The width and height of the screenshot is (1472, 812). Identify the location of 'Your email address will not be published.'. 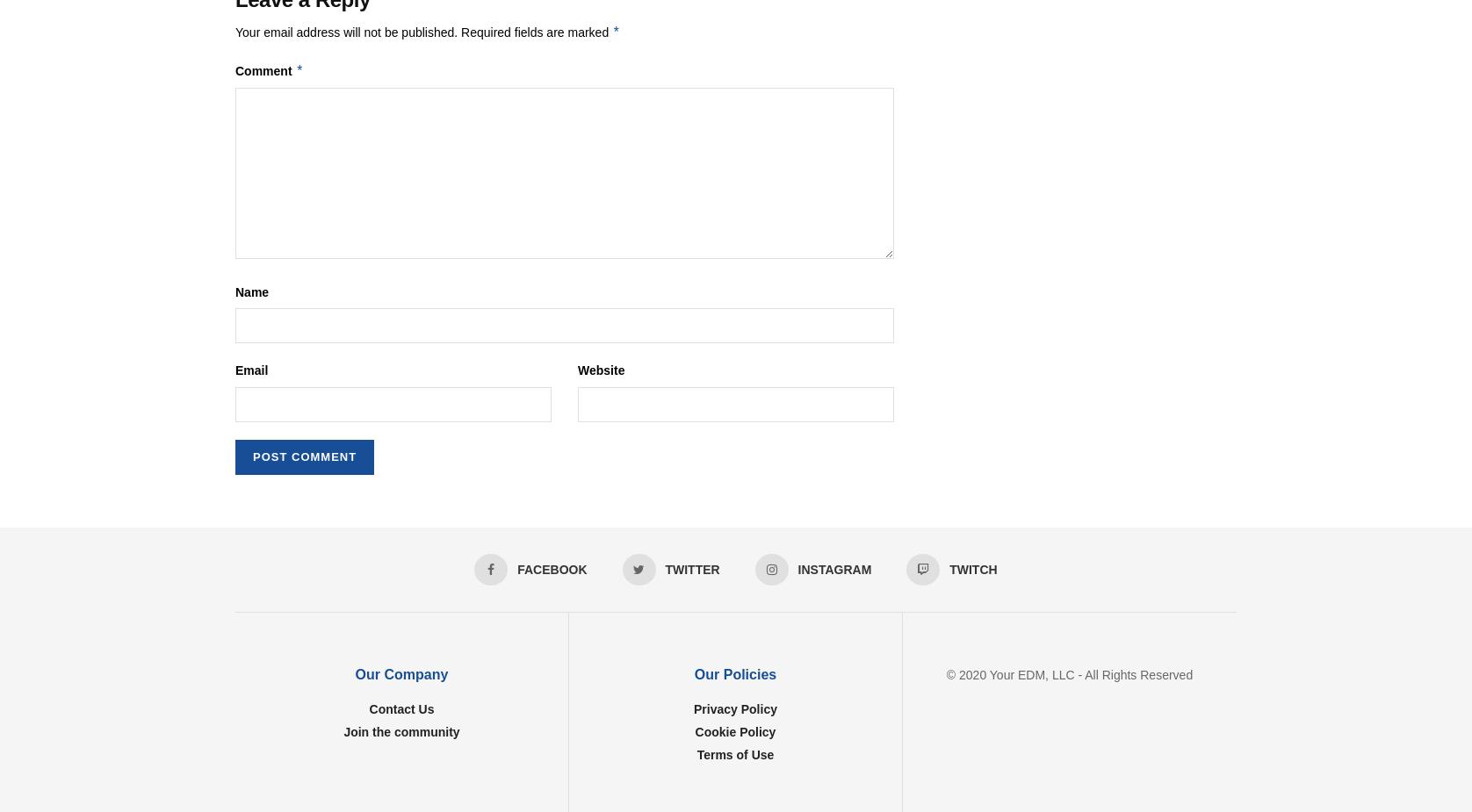
(345, 32).